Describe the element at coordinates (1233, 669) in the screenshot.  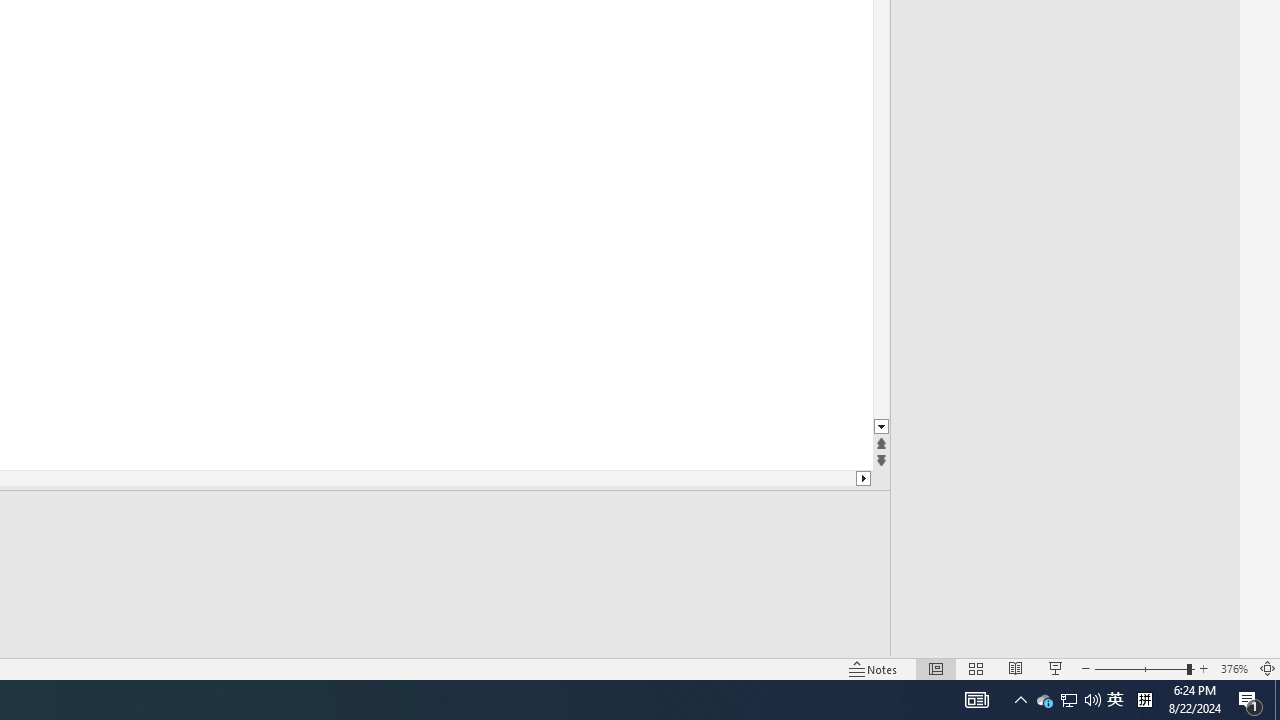
I see `'Zoom 376%'` at that location.